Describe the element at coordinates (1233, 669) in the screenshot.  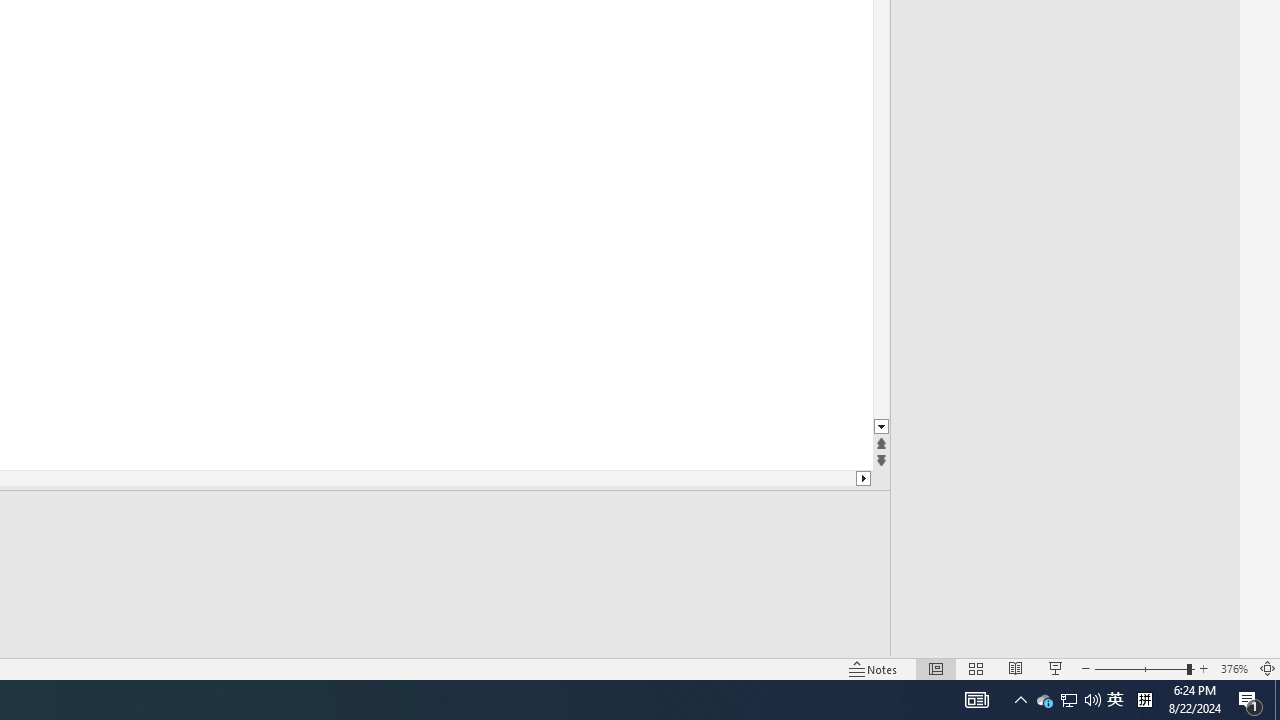
I see `'Zoom 376%'` at that location.